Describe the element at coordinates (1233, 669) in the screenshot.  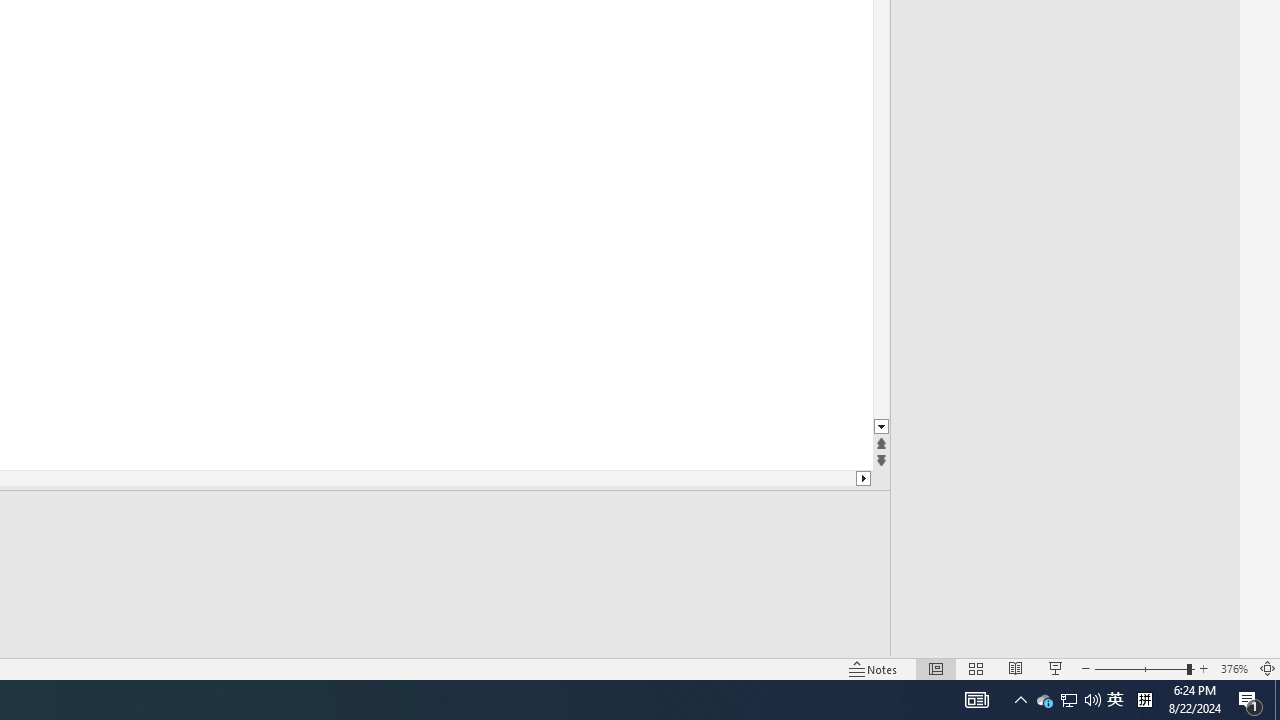
I see `'Zoom 376%'` at that location.